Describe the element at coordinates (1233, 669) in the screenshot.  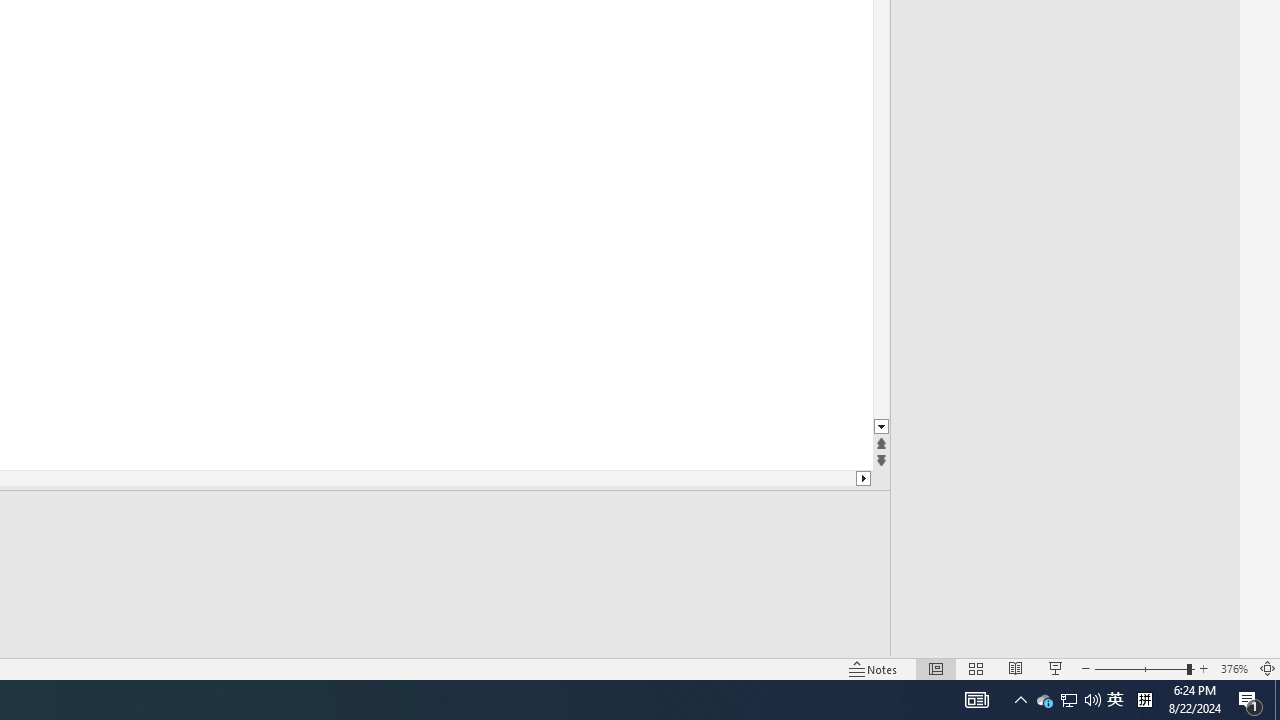
I see `'Zoom 376%'` at that location.